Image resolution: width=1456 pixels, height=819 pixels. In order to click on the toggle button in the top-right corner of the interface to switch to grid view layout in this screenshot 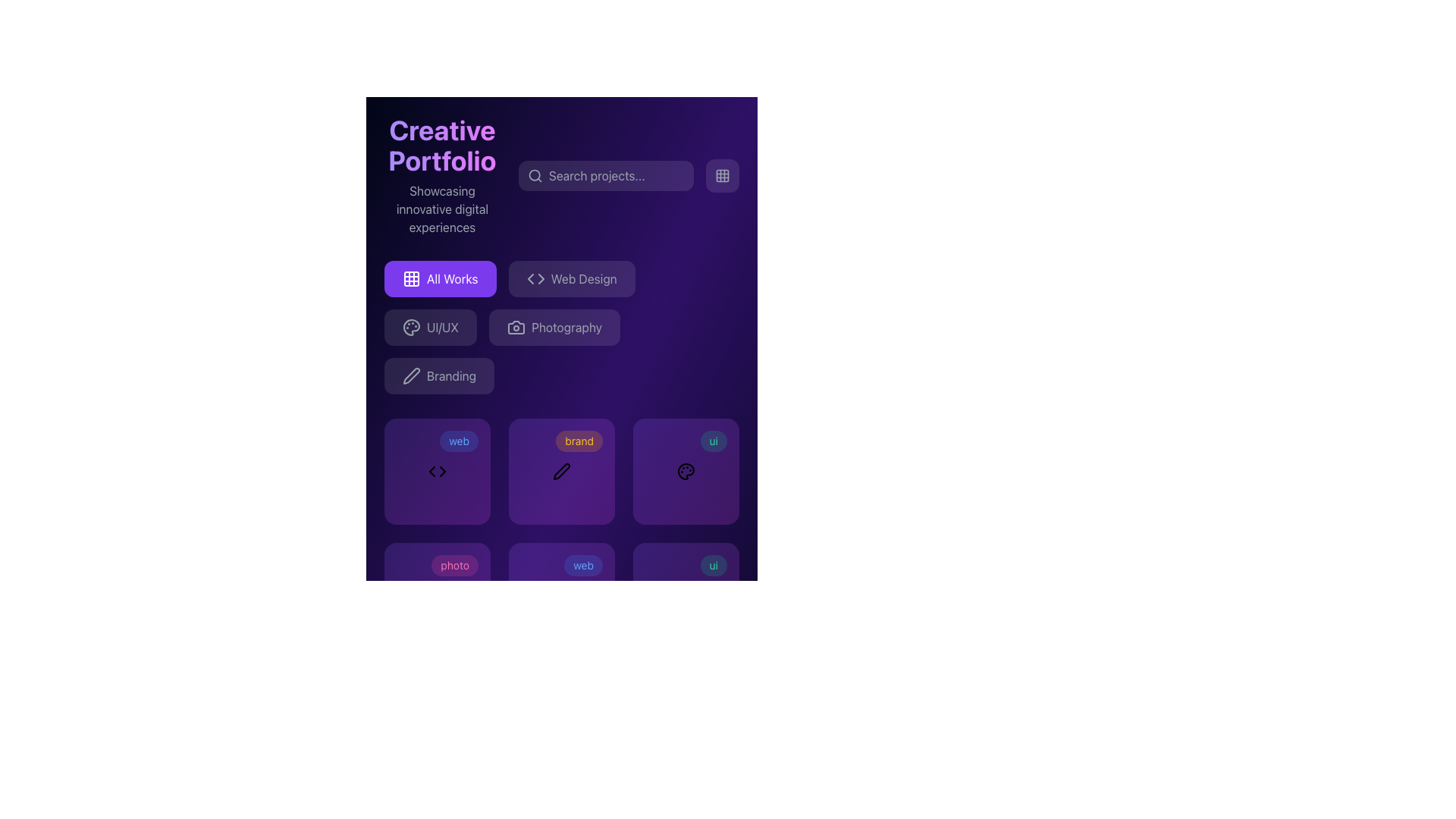, I will do `click(722, 174)`.